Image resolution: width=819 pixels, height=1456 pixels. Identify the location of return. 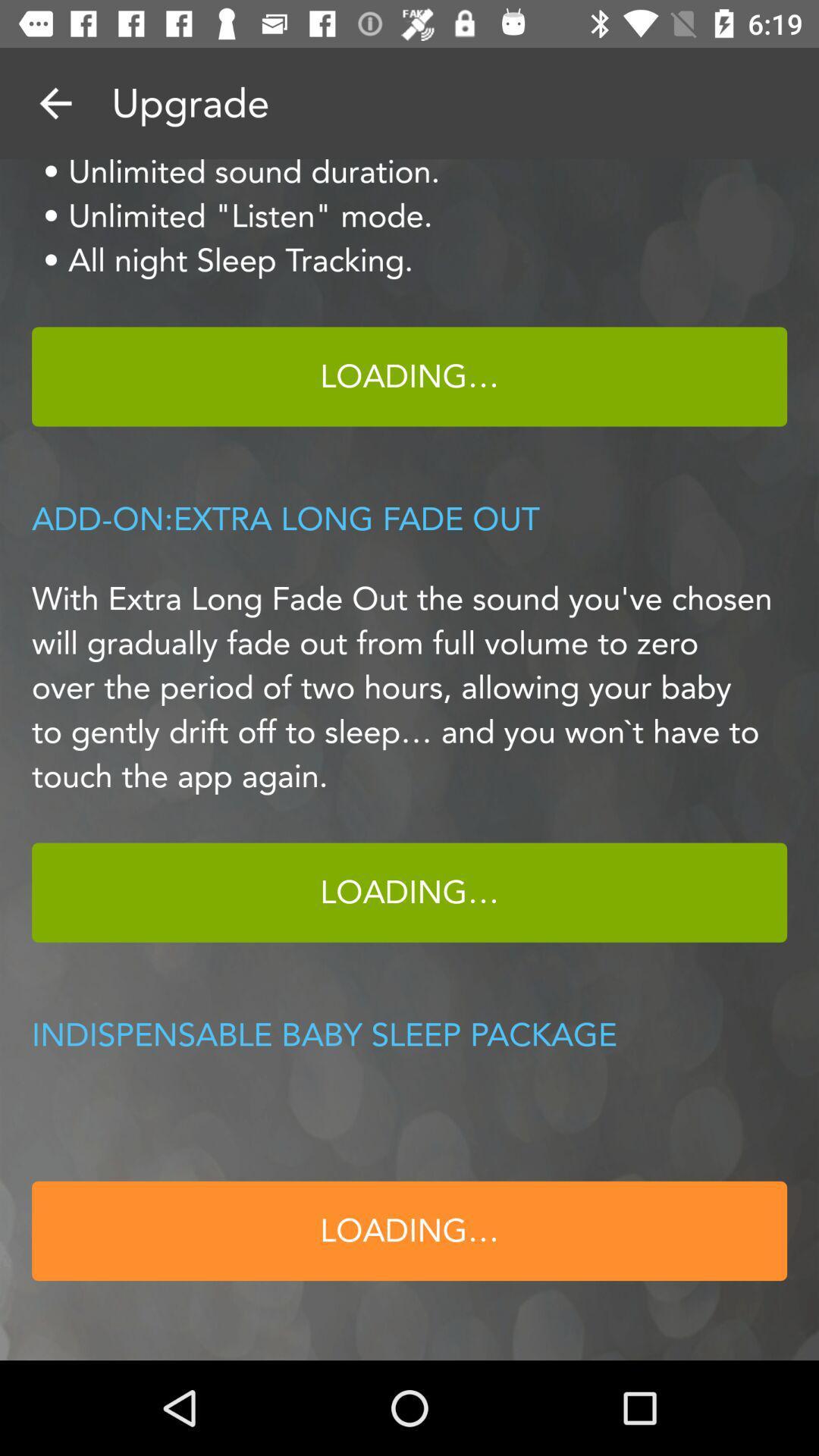
(55, 102).